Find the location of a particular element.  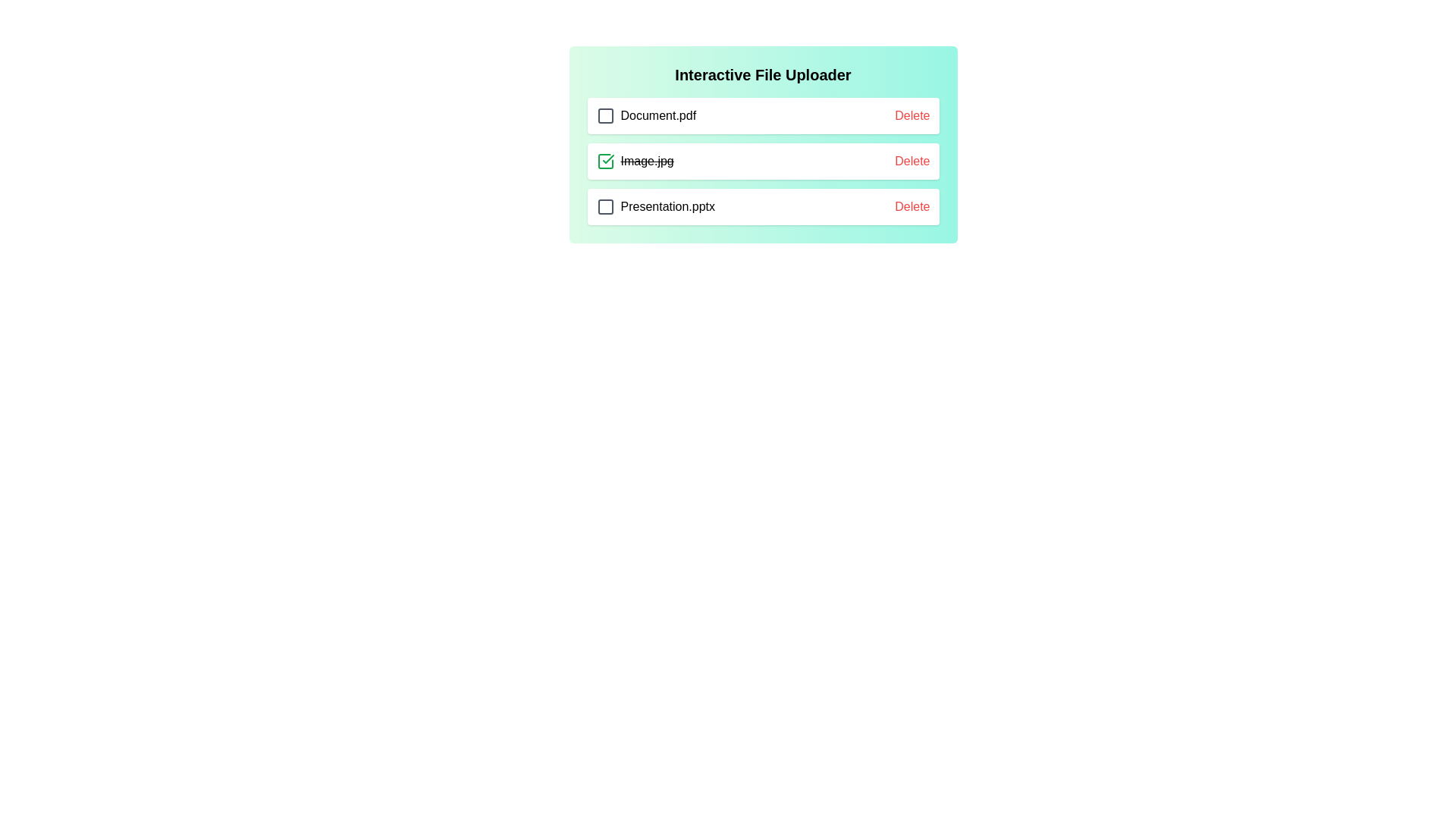

the checkbox for the file Presentation.pptx is located at coordinates (604, 207).